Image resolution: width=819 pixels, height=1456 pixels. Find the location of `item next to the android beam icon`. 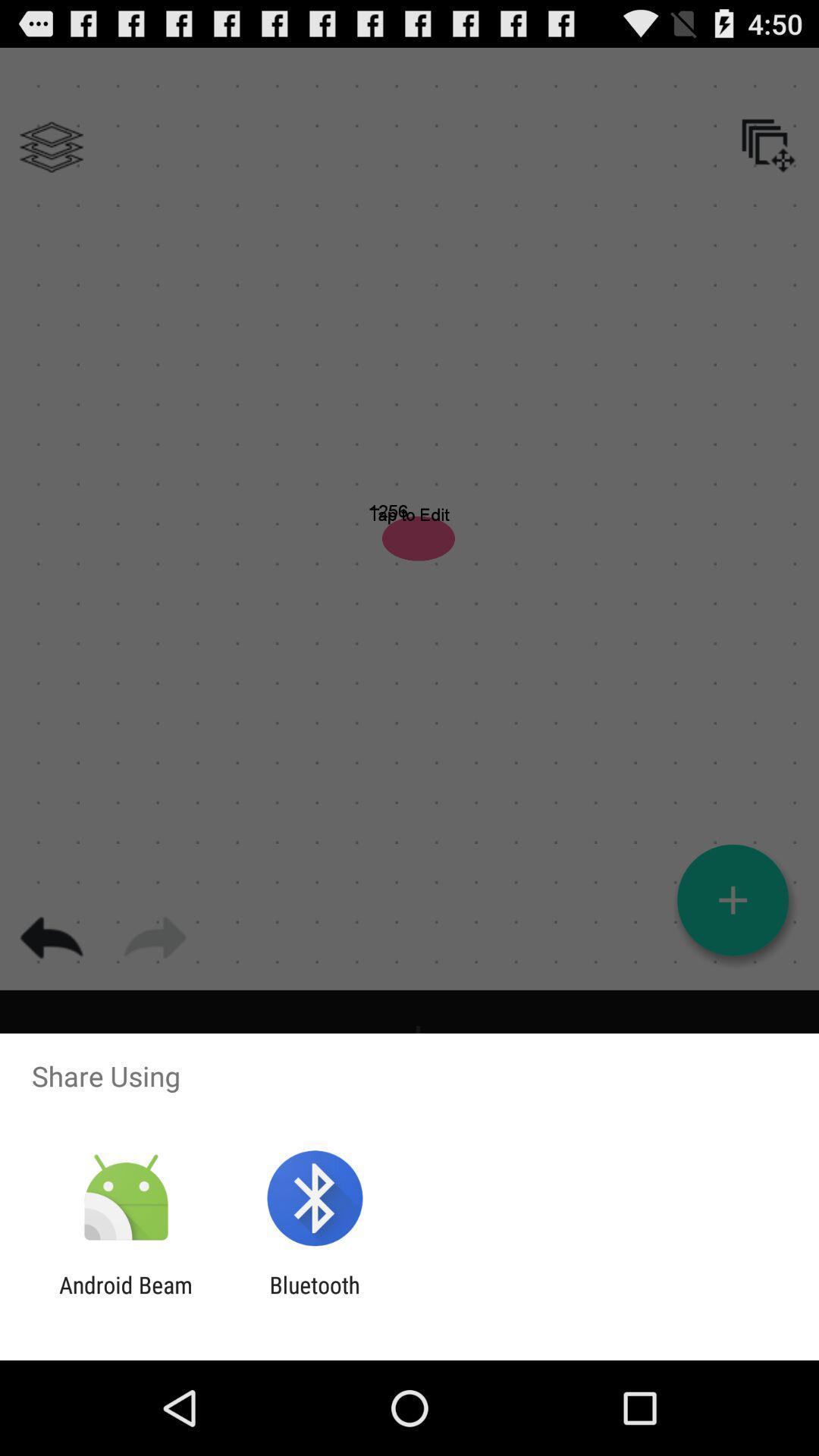

item next to the android beam icon is located at coordinates (314, 1298).